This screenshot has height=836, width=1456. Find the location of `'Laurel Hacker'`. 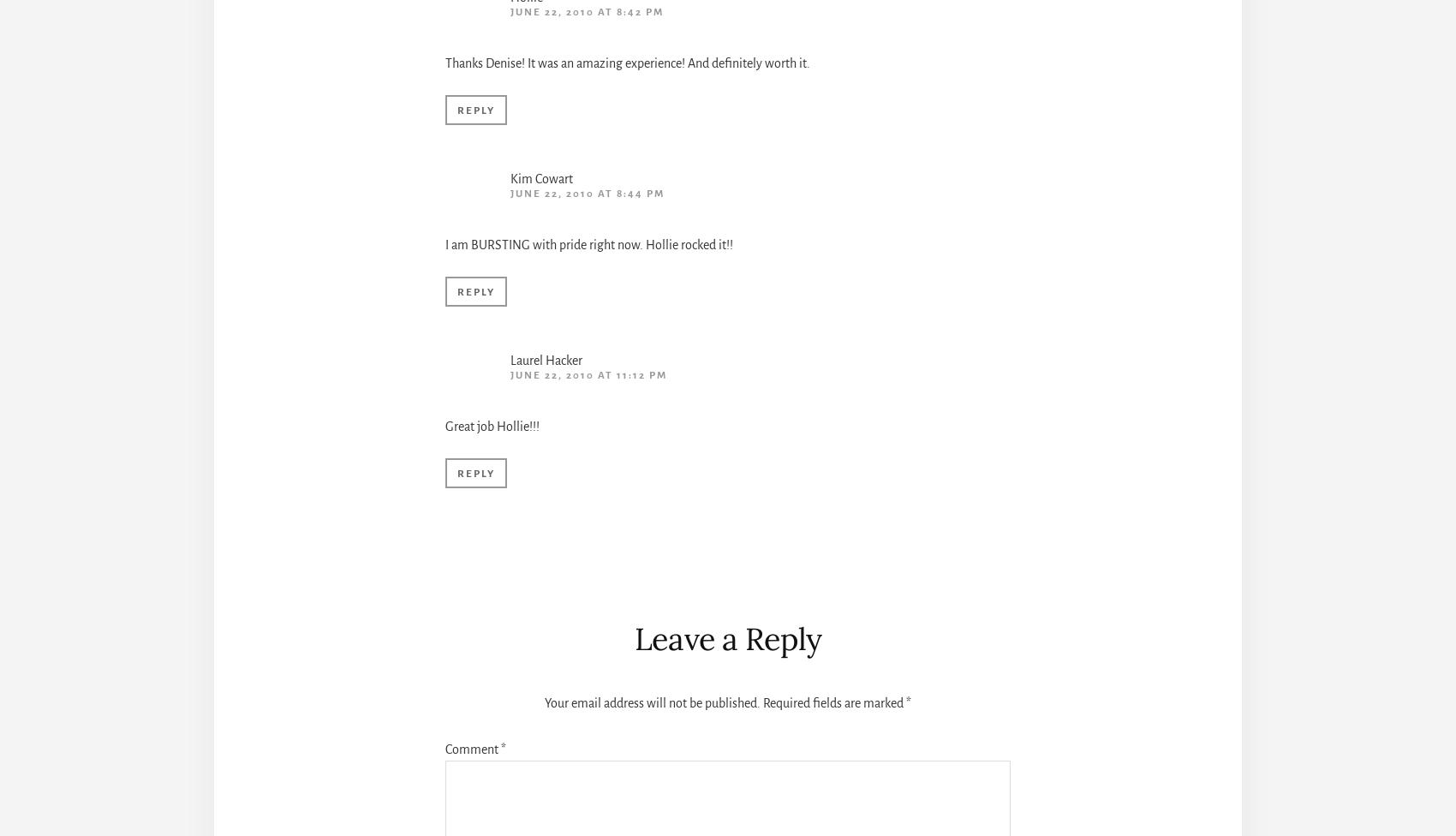

'Laurel Hacker' is located at coordinates (546, 360).